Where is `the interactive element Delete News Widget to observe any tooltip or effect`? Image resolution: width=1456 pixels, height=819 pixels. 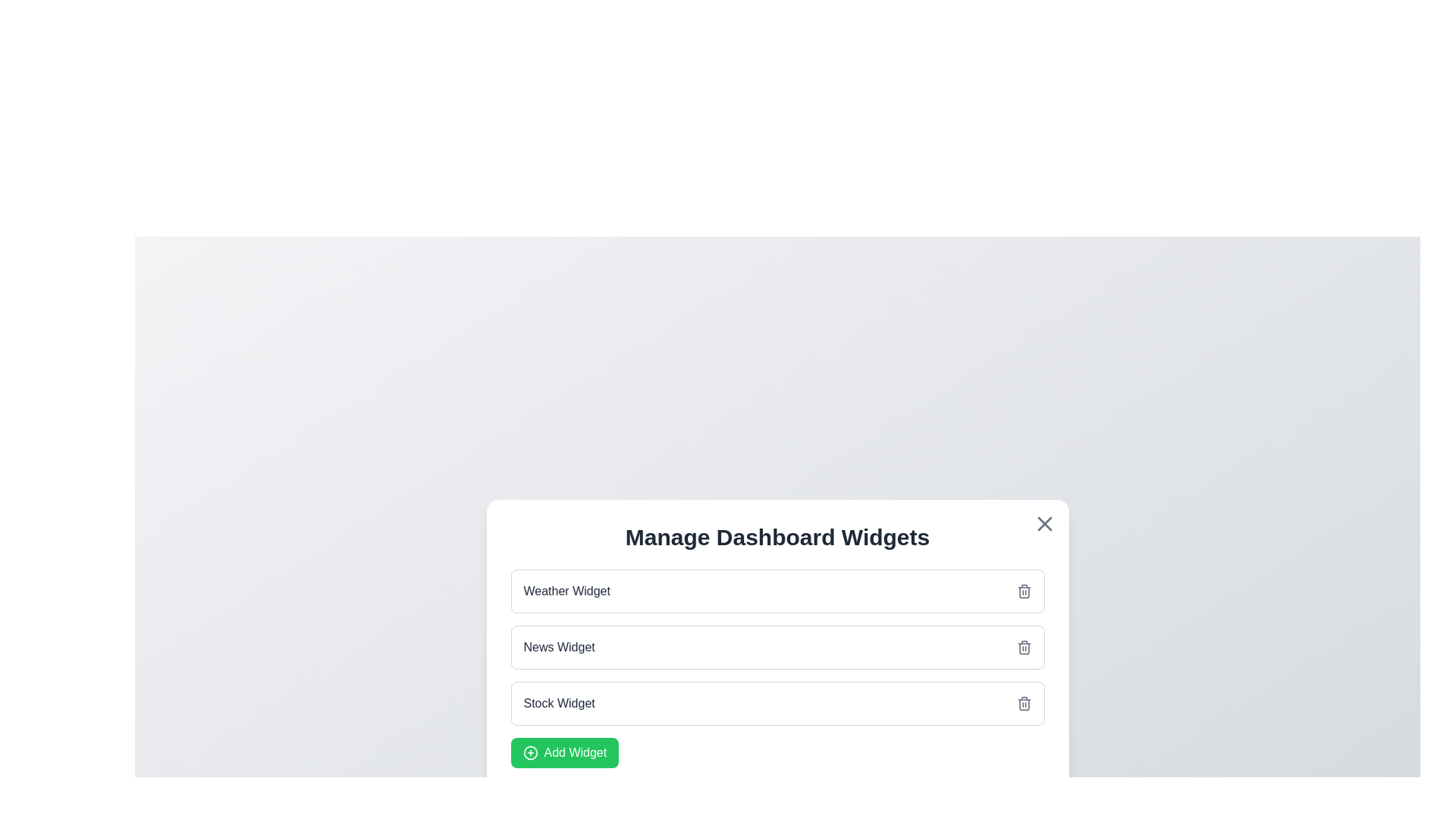
the interactive element Delete News Widget to observe any tooltip or effect is located at coordinates (1024, 647).